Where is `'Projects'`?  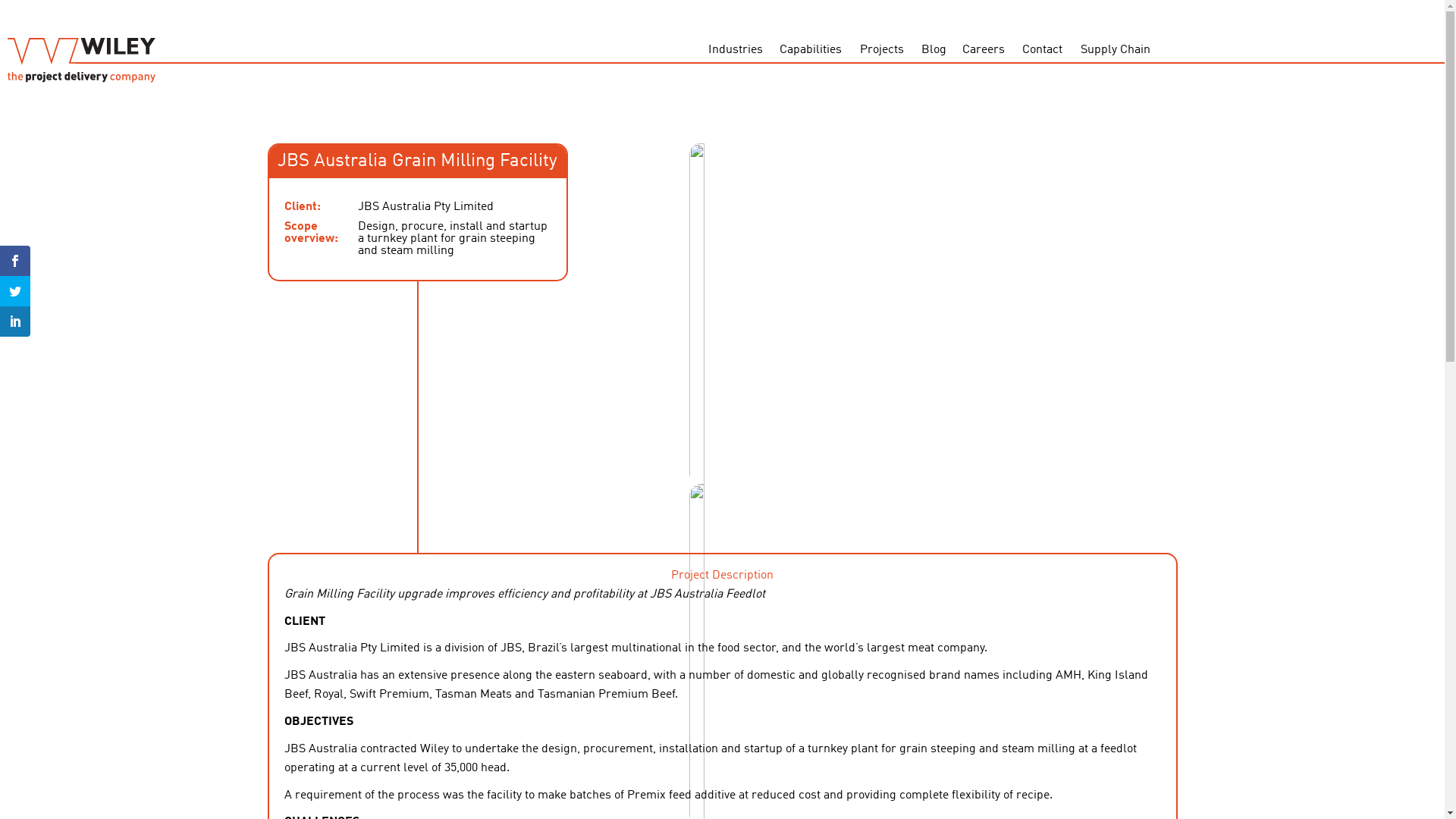 'Projects' is located at coordinates (883, 49).